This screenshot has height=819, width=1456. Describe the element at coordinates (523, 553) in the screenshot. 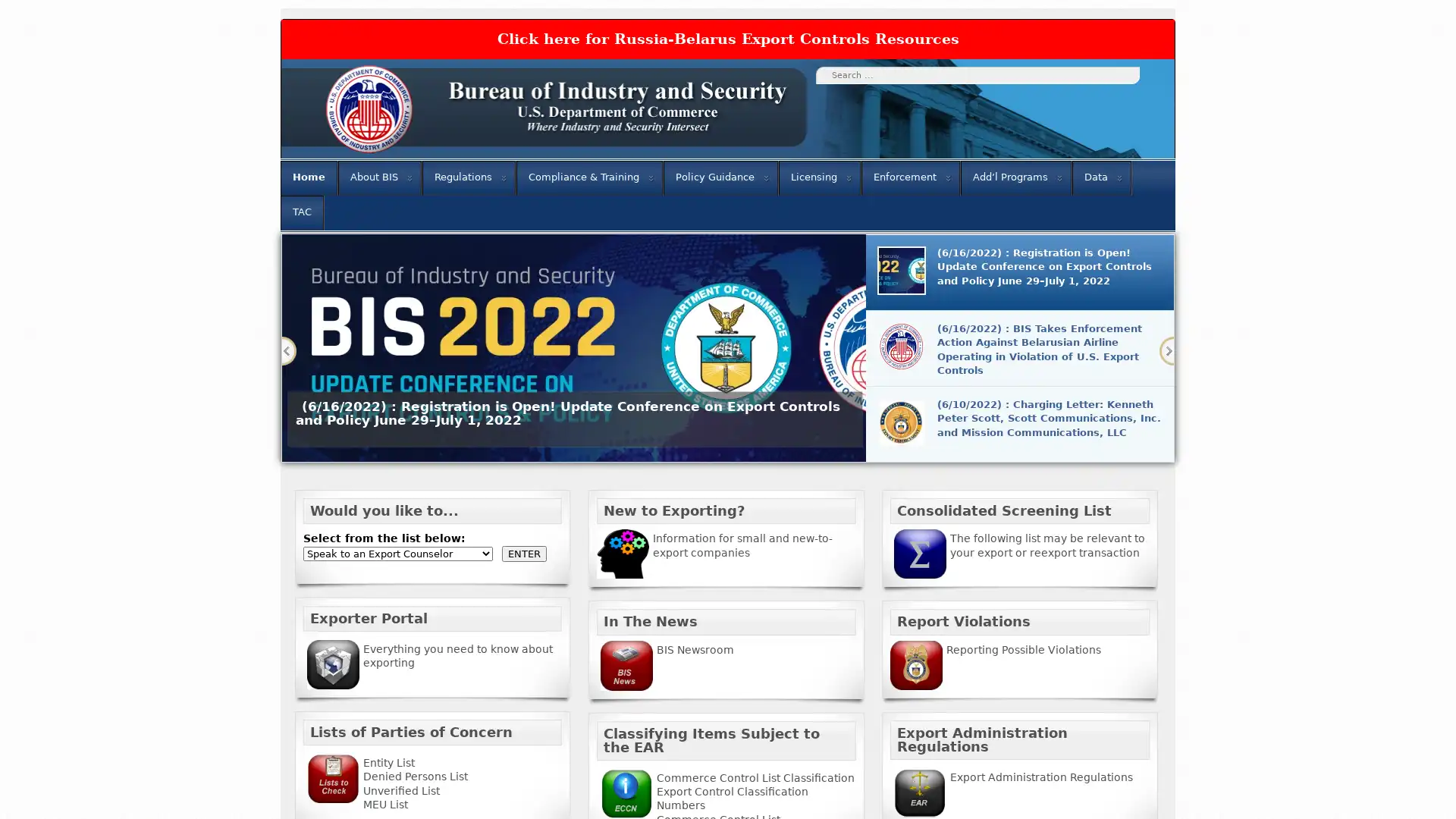

I see `ENTER` at that location.